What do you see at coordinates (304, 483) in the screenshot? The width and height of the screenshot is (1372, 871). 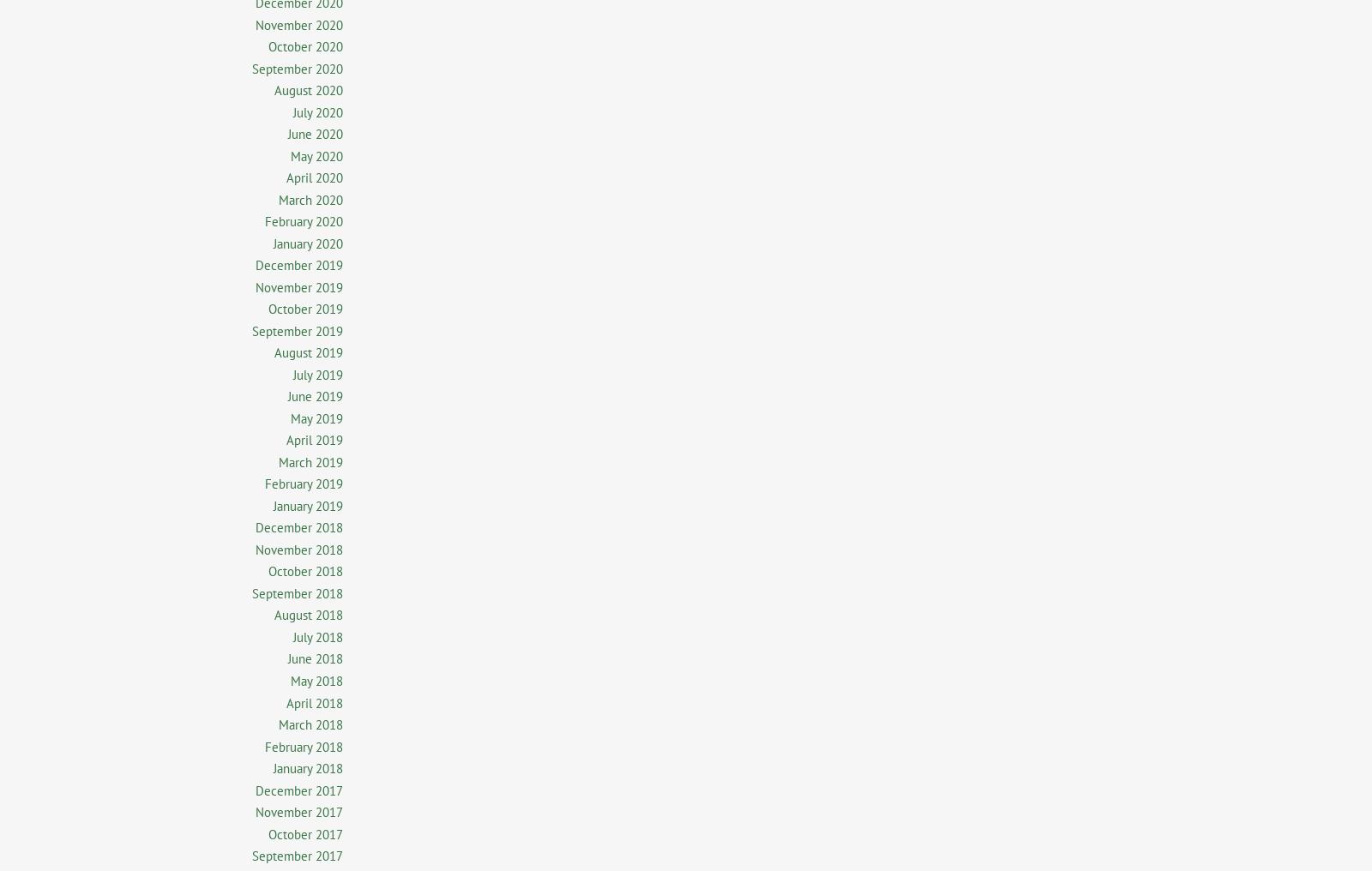 I see `'February 2019'` at bounding box center [304, 483].